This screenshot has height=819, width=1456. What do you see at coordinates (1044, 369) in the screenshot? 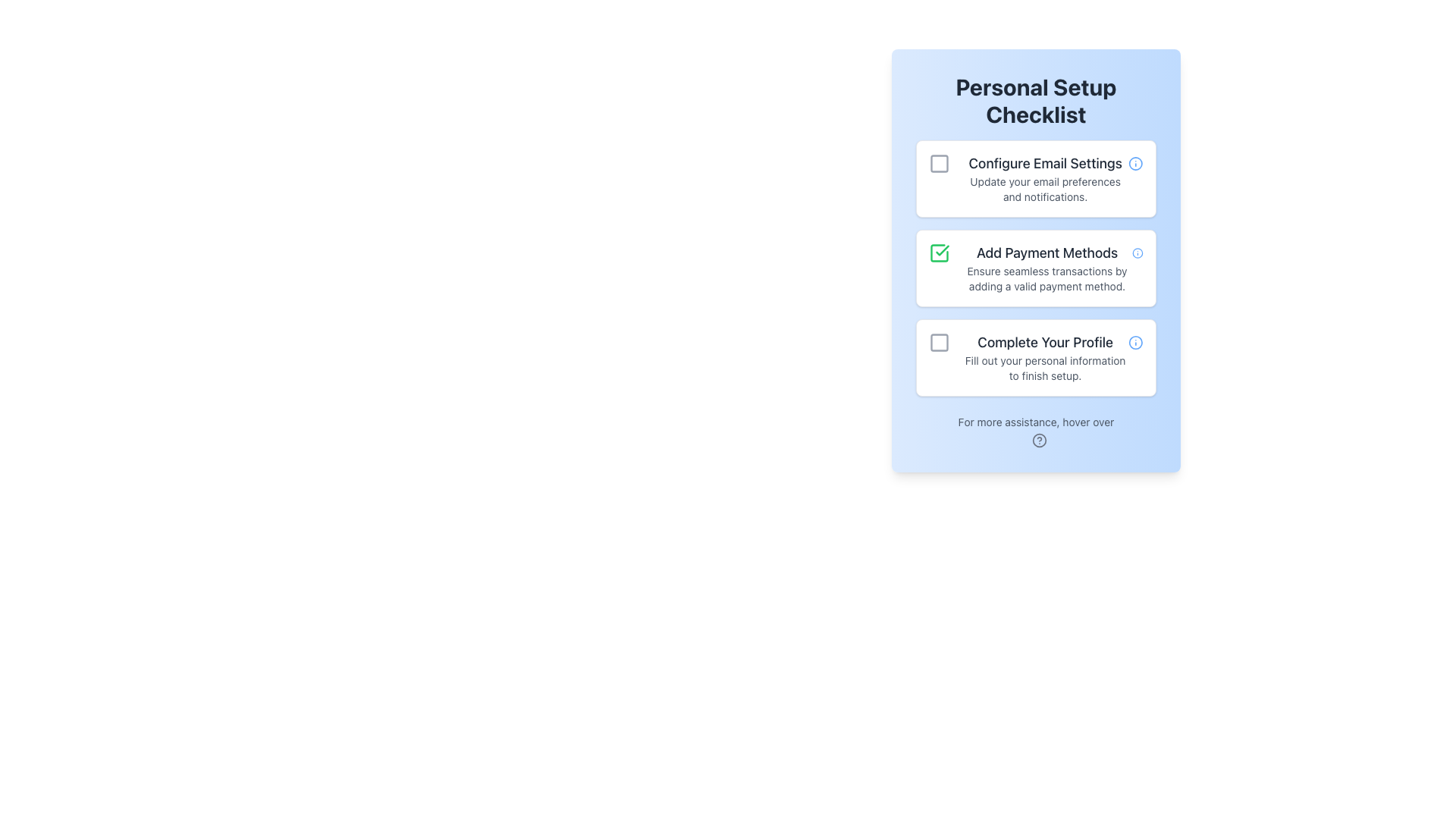
I see `the text element displaying 'Fill out your personal information to finish setup.' which is located under the heading 'Complete Your Profile.'` at bounding box center [1044, 369].